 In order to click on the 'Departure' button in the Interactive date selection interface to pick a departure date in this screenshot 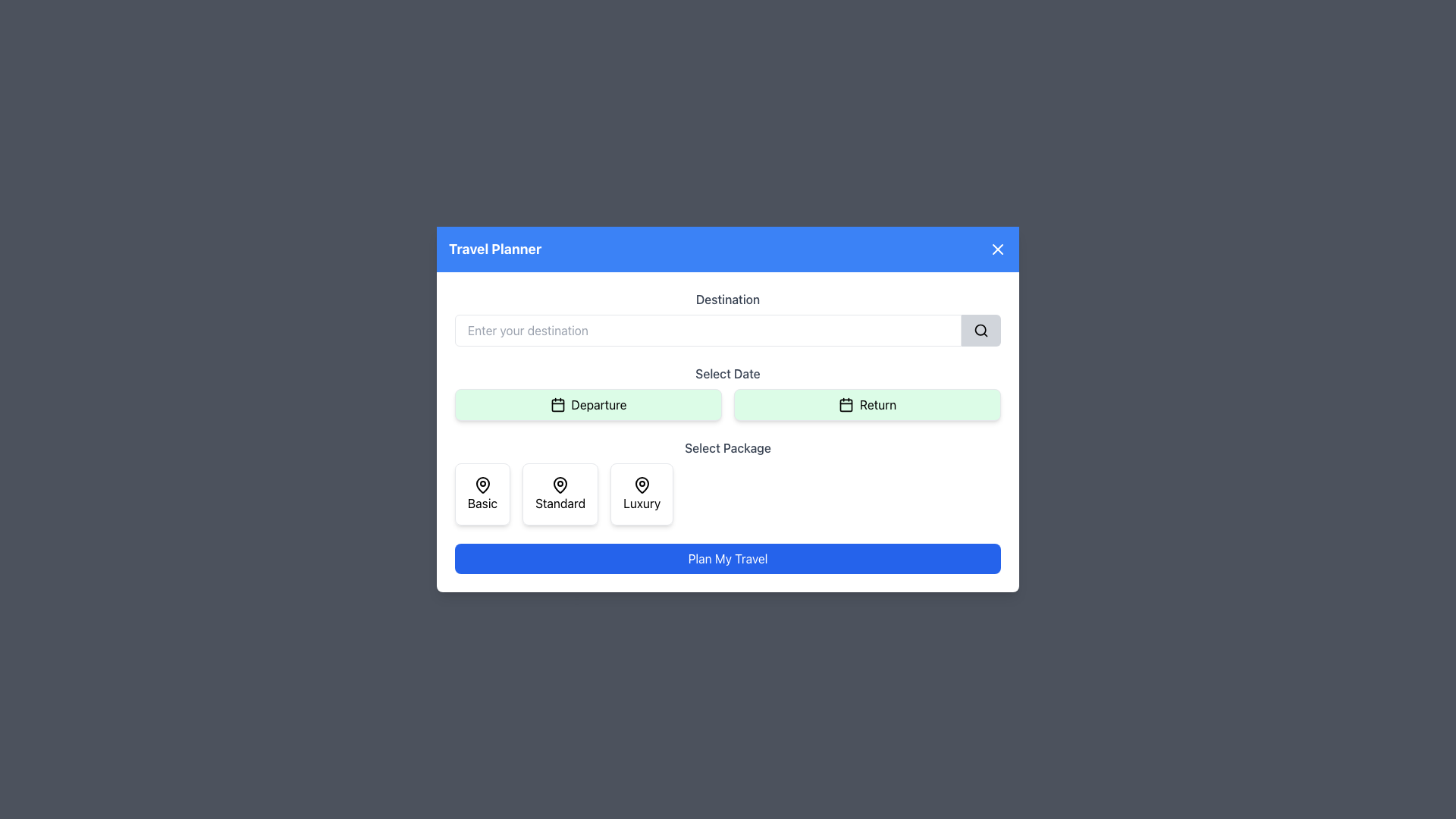, I will do `click(728, 391)`.